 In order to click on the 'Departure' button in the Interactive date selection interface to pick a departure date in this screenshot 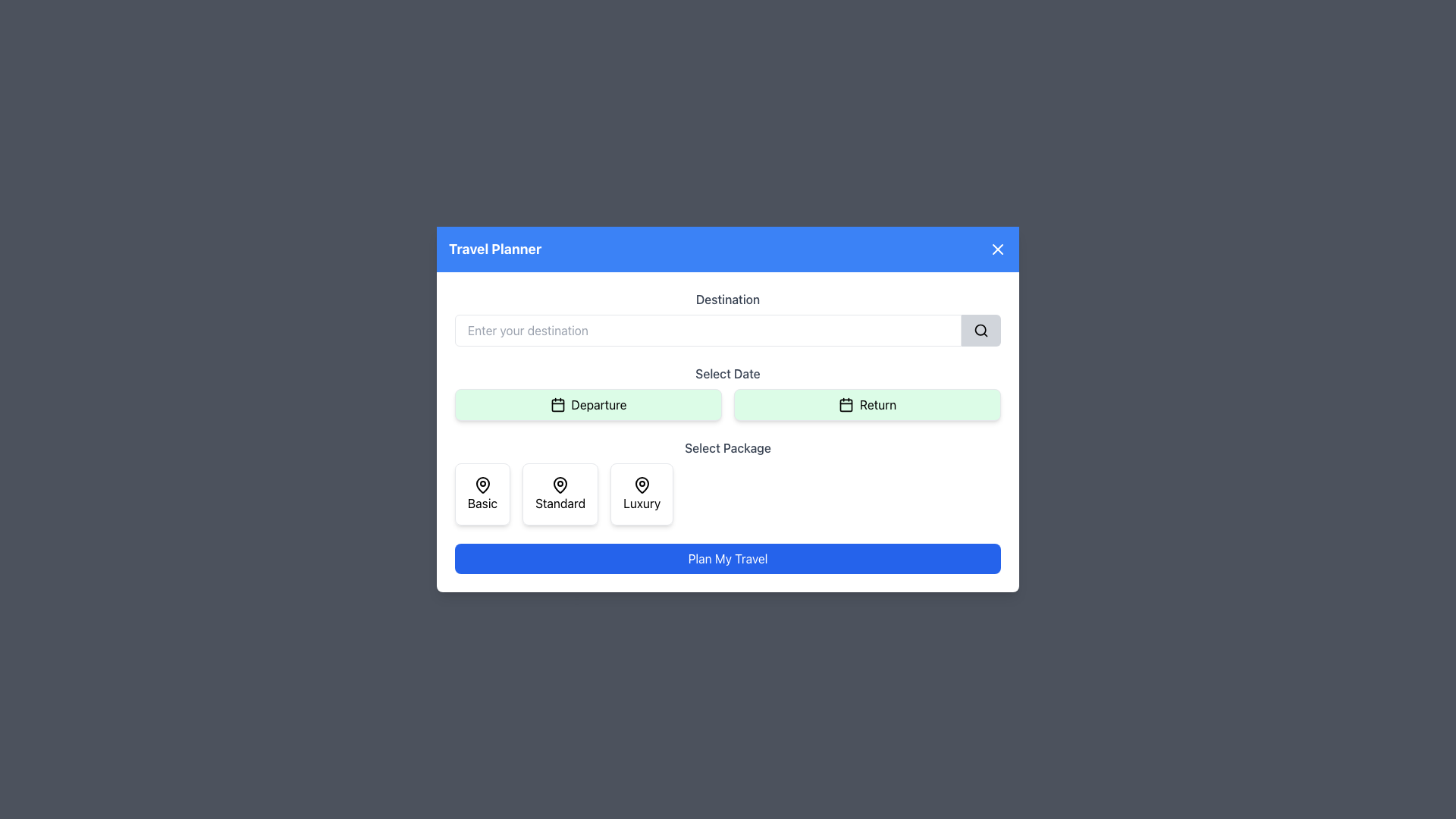, I will do `click(728, 391)`.